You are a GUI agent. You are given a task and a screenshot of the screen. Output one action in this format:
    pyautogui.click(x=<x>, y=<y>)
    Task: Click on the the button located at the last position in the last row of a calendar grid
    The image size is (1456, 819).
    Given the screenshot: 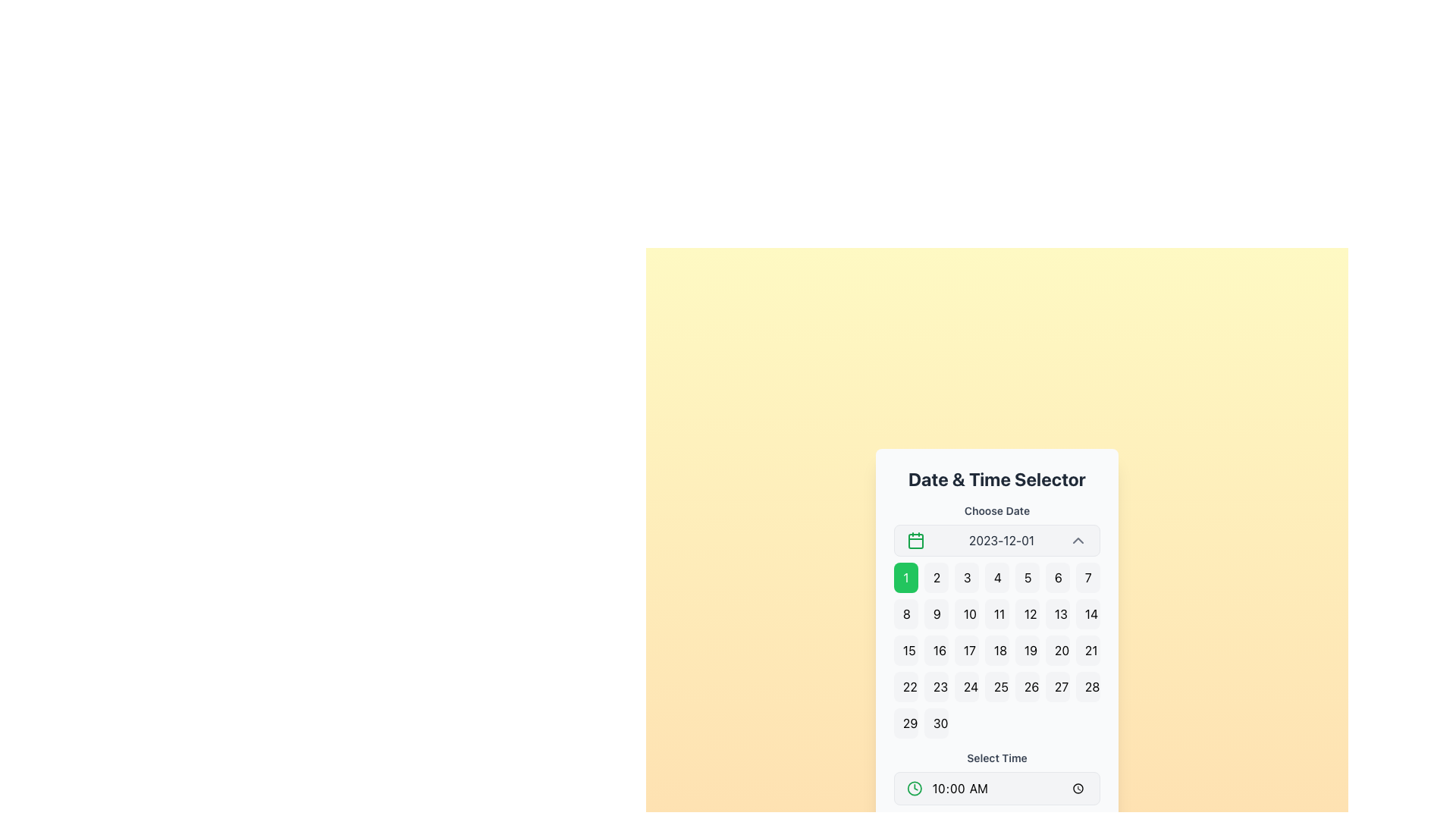 What is the action you would take?
    pyautogui.click(x=935, y=722)
    